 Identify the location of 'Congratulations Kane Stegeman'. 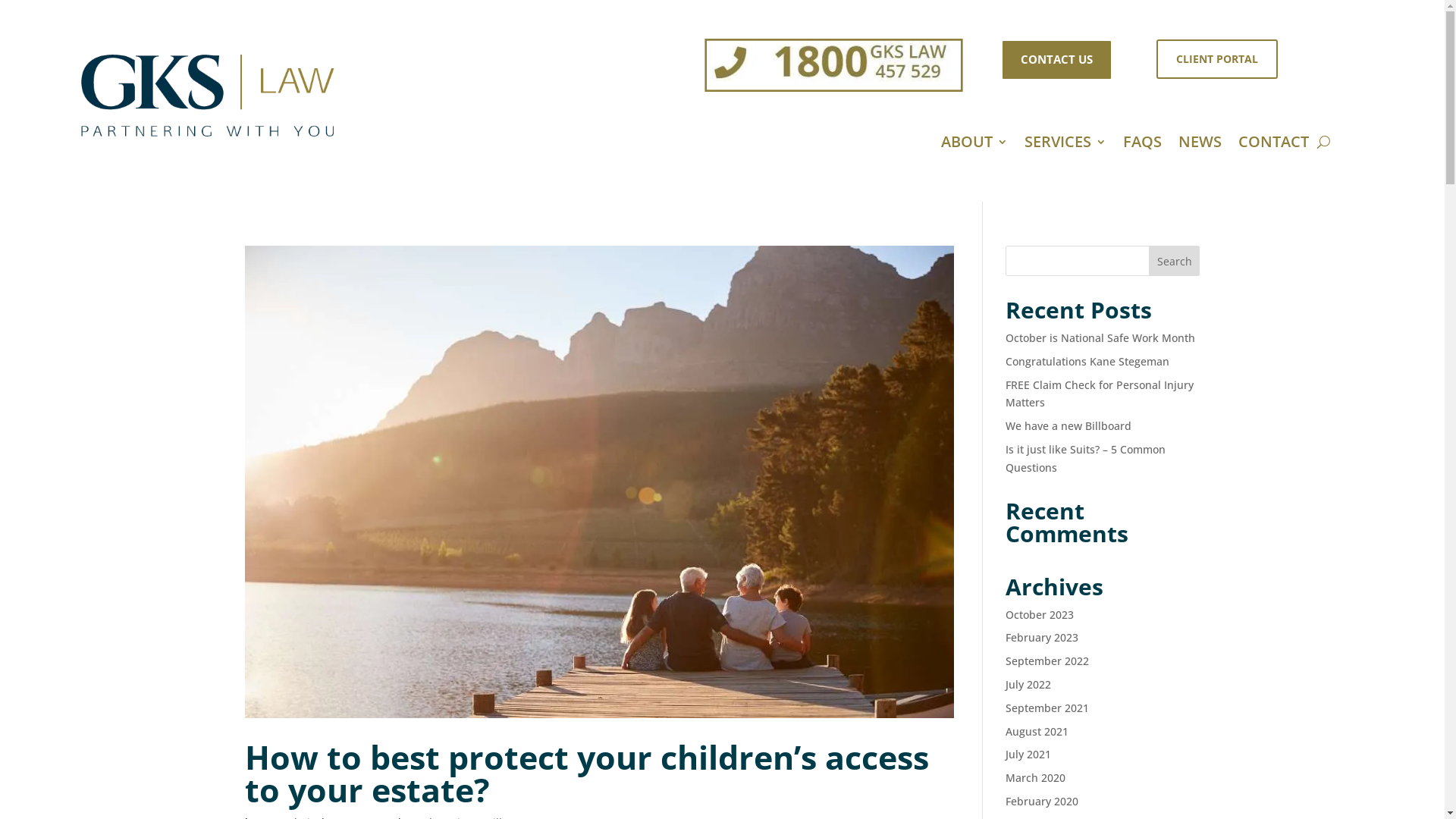
(1087, 361).